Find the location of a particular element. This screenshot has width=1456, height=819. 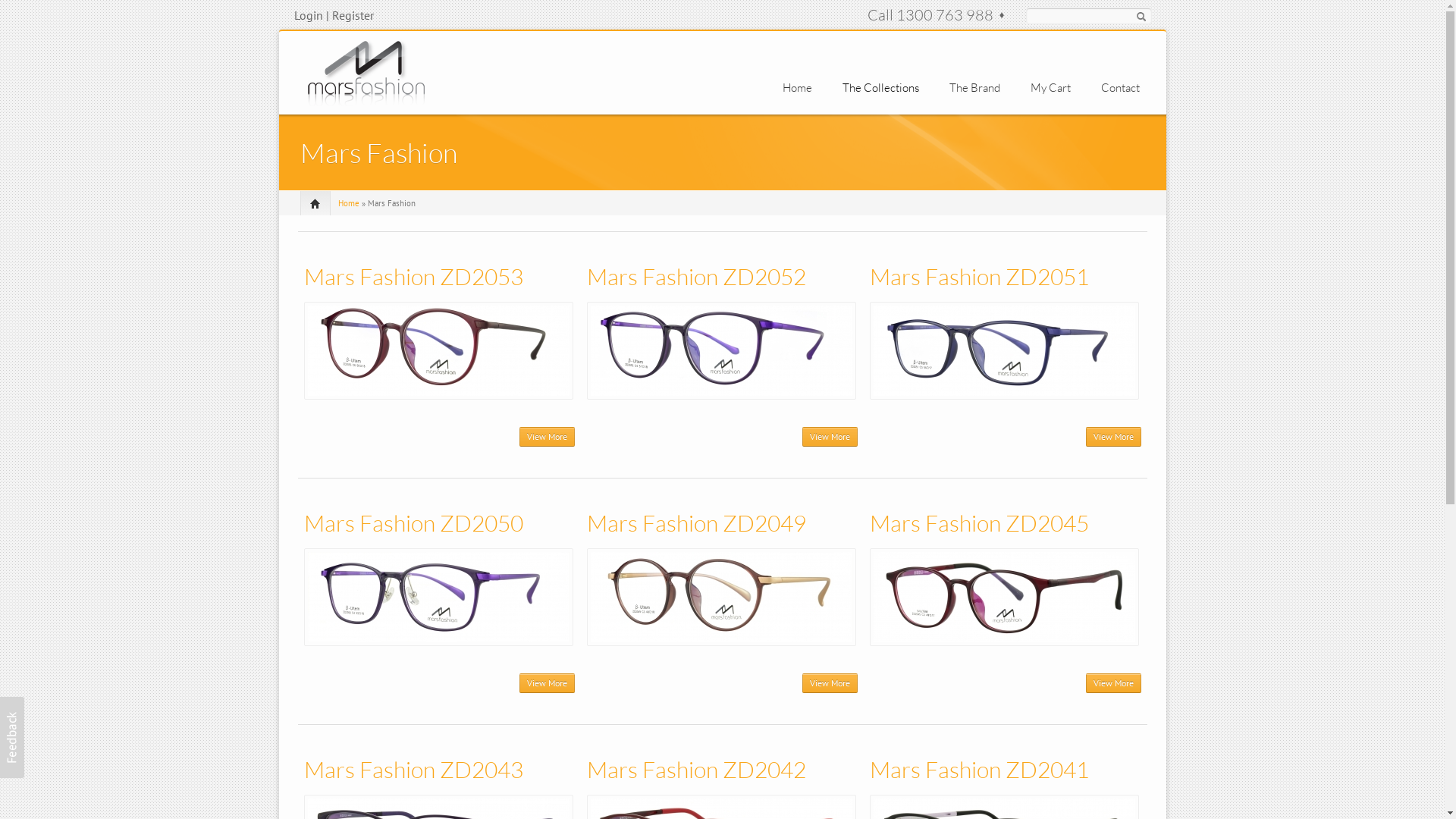

'Mars Fashion ZD2052' is located at coordinates (585, 276).